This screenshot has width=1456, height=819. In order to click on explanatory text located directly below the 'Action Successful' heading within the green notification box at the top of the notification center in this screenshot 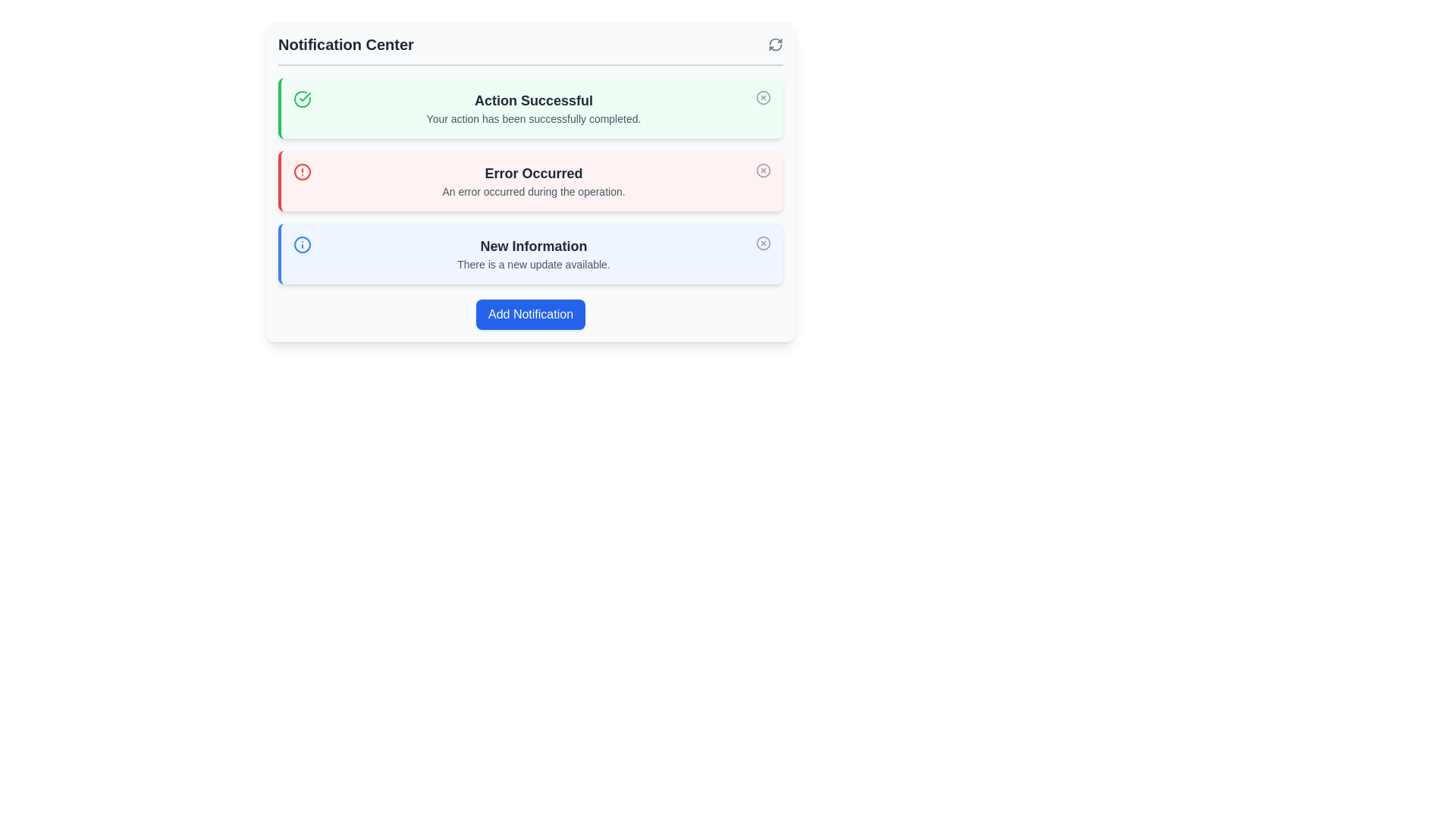, I will do `click(534, 118)`.